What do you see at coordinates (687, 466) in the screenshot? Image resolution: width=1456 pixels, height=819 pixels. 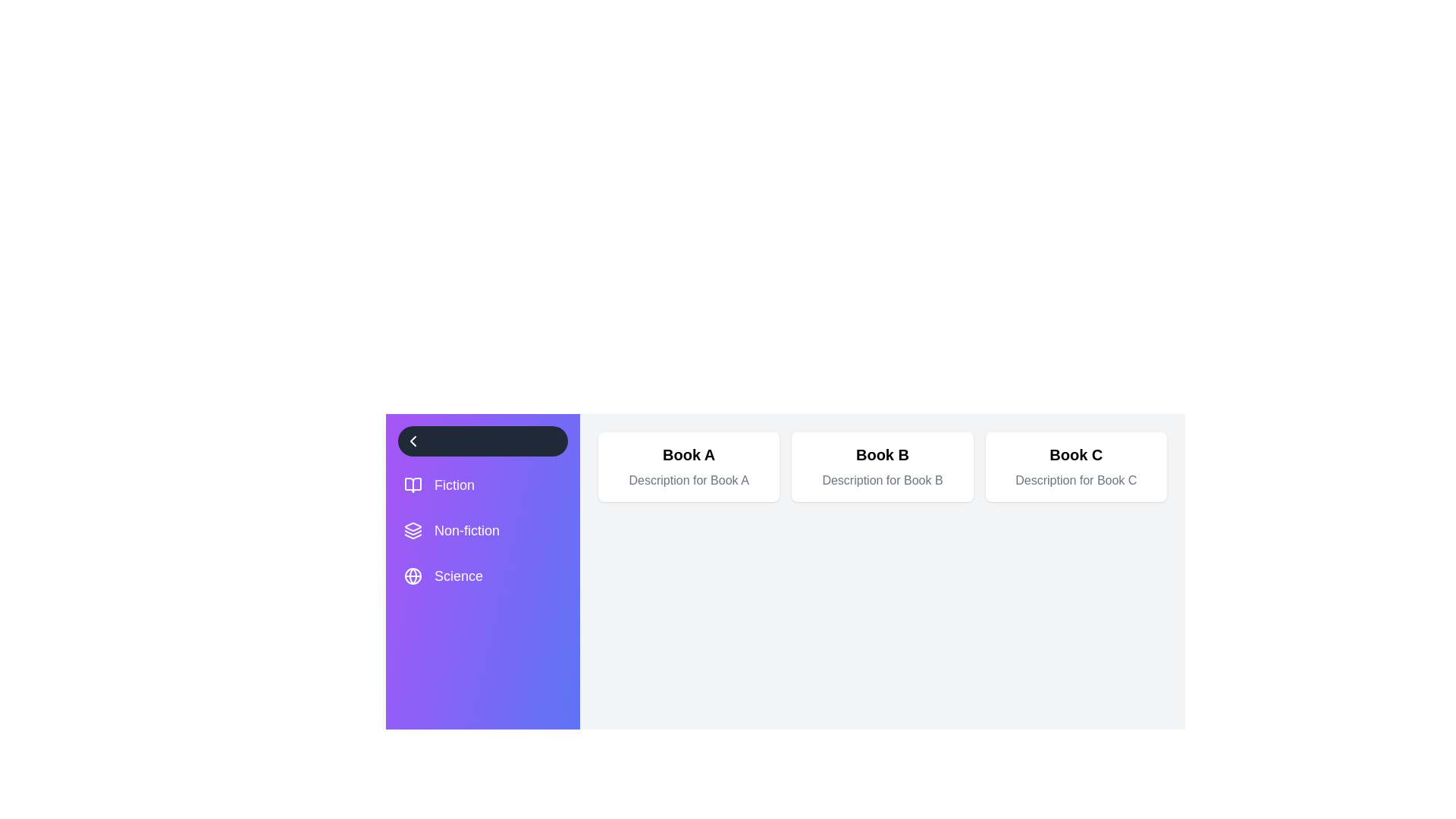 I see `the card representing Book A` at bounding box center [687, 466].